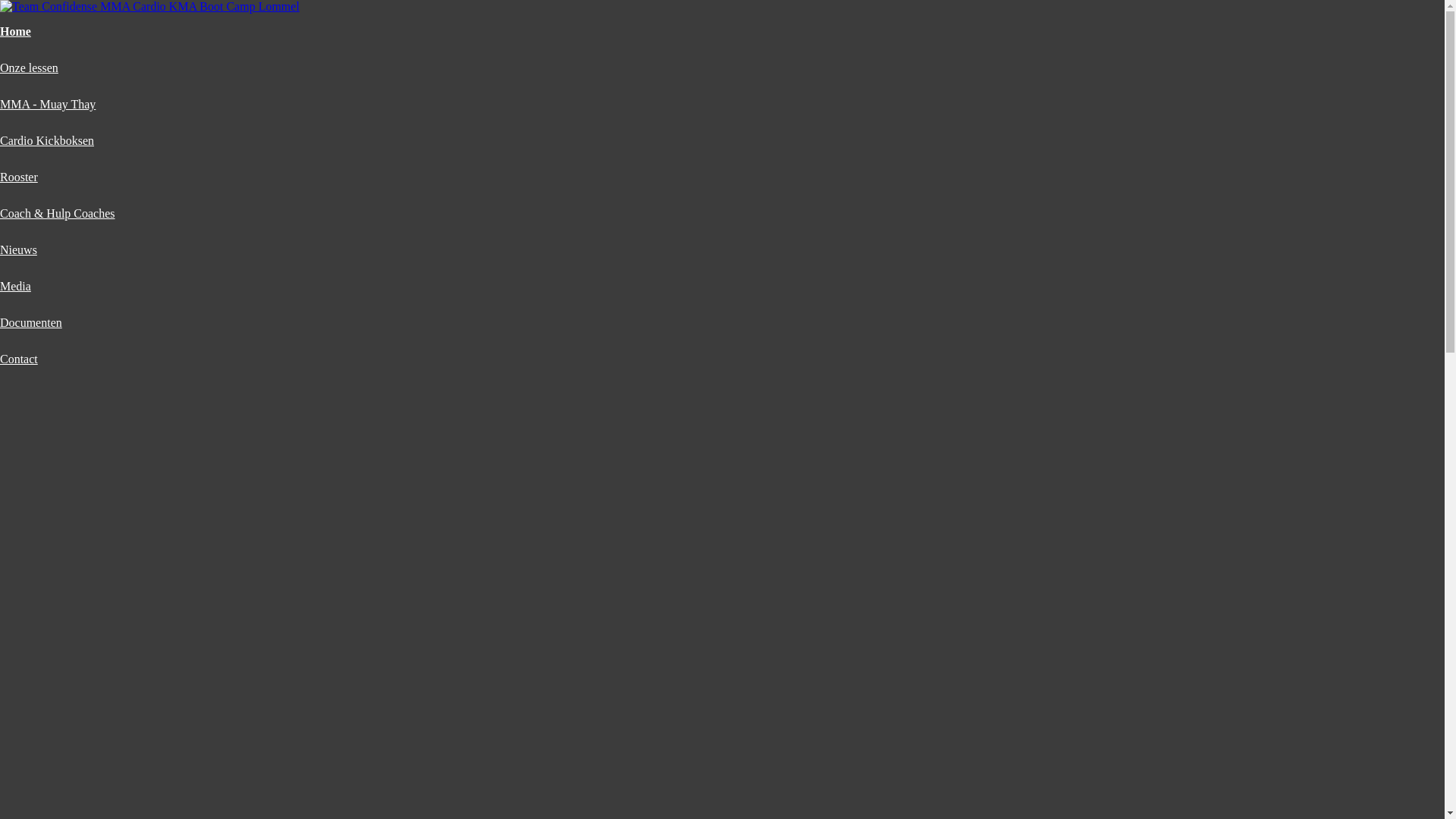 This screenshot has width=1456, height=819. I want to click on 'Rooster', so click(18, 176).